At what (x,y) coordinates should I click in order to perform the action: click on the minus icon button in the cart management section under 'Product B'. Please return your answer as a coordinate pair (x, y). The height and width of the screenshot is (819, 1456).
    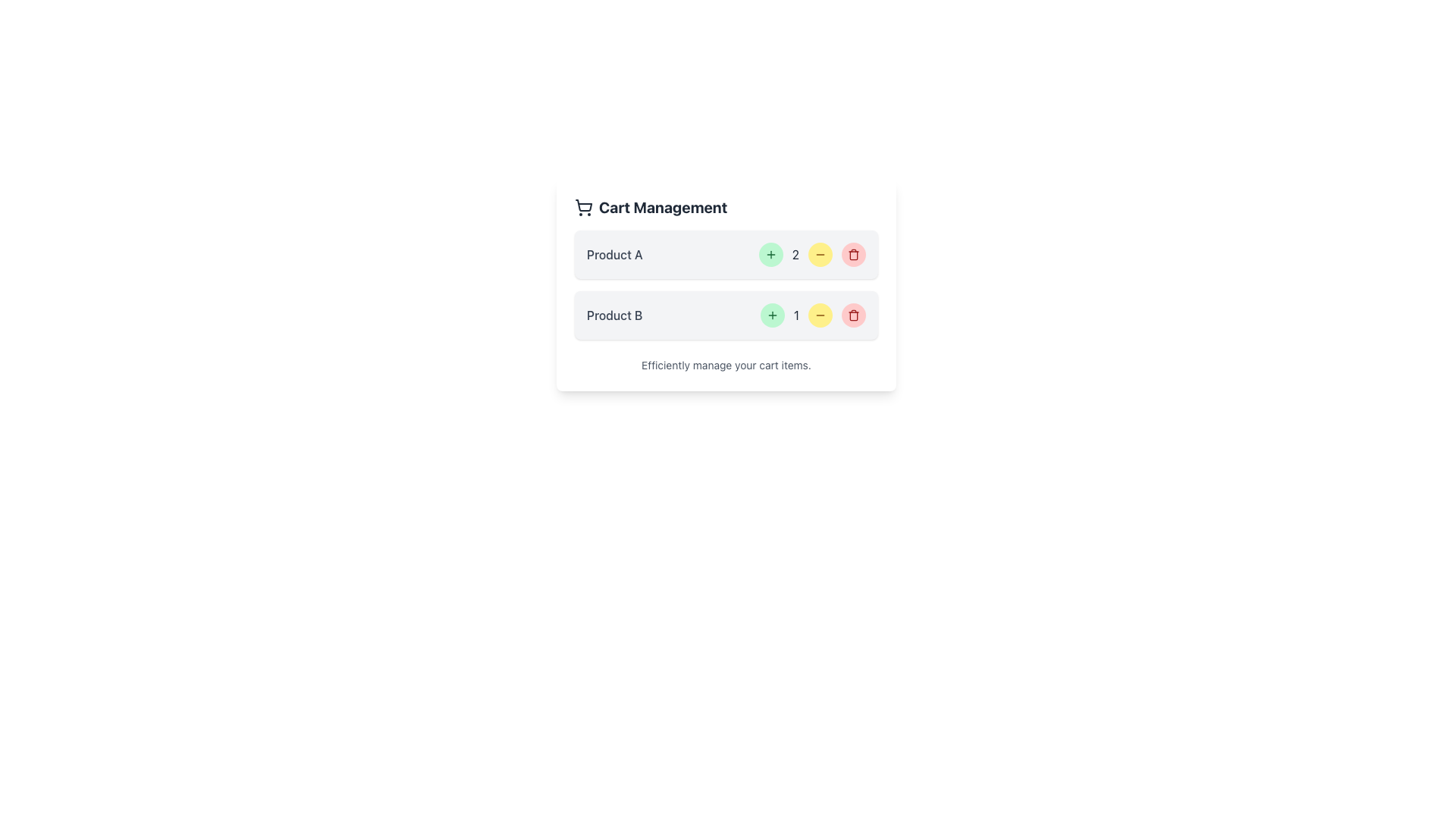
    Looking at the image, I should click on (819, 253).